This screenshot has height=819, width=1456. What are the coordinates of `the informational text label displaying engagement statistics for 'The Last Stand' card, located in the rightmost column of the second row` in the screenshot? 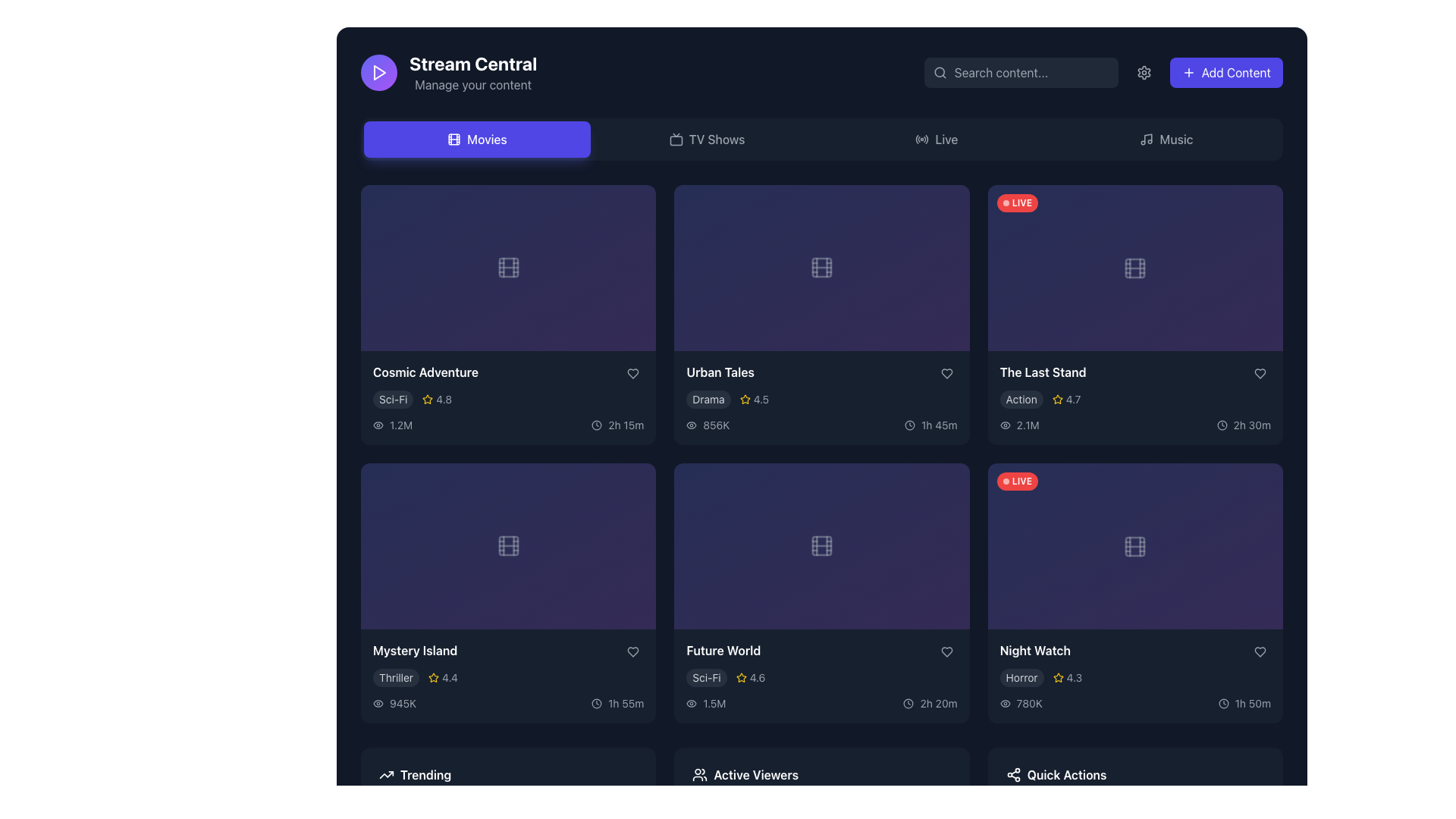 It's located at (1019, 425).